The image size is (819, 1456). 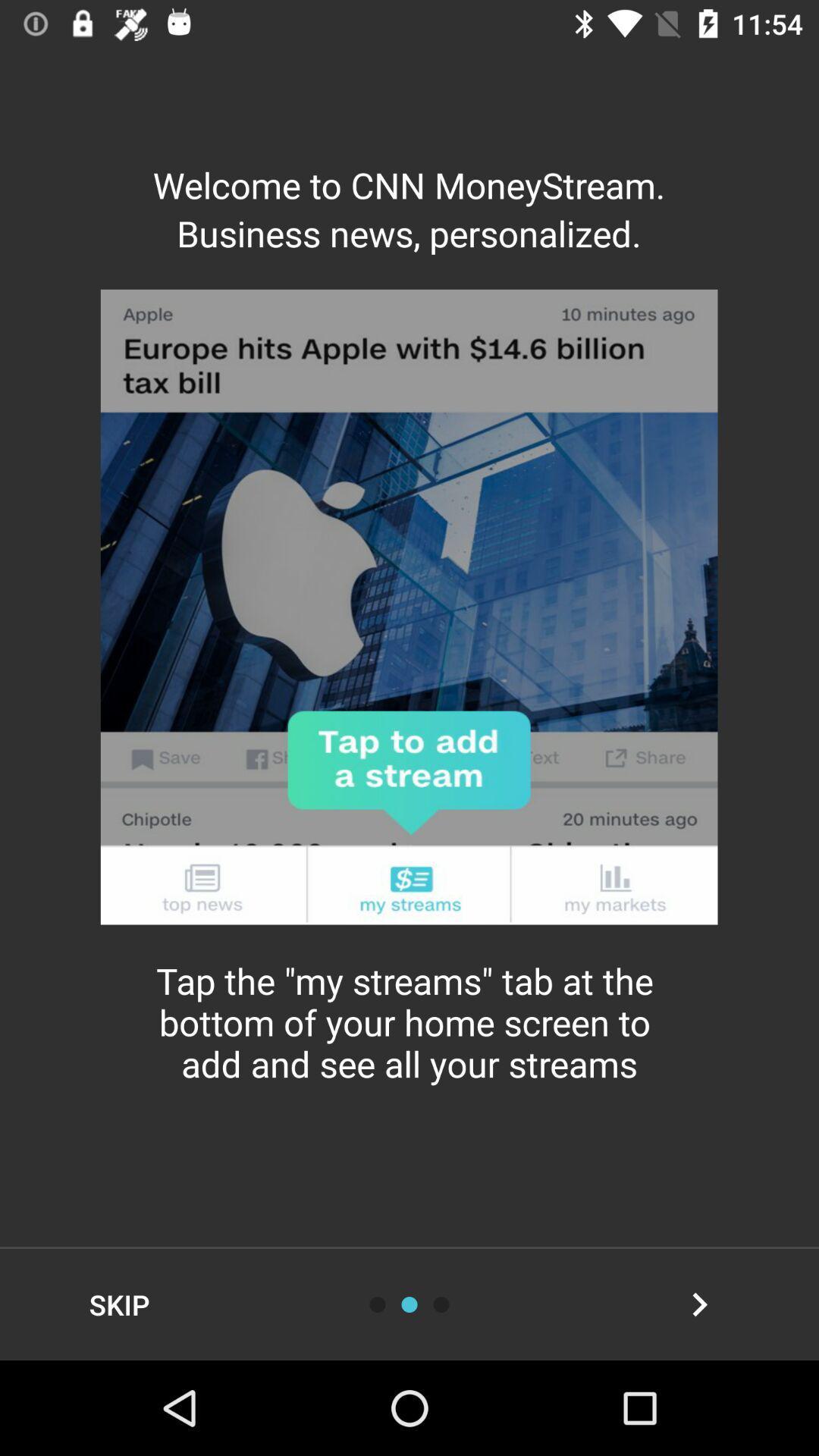 What do you see at coordinates (699, 1304) in the screenshot?
I see `next screen` at bounding box center [699, 1304].